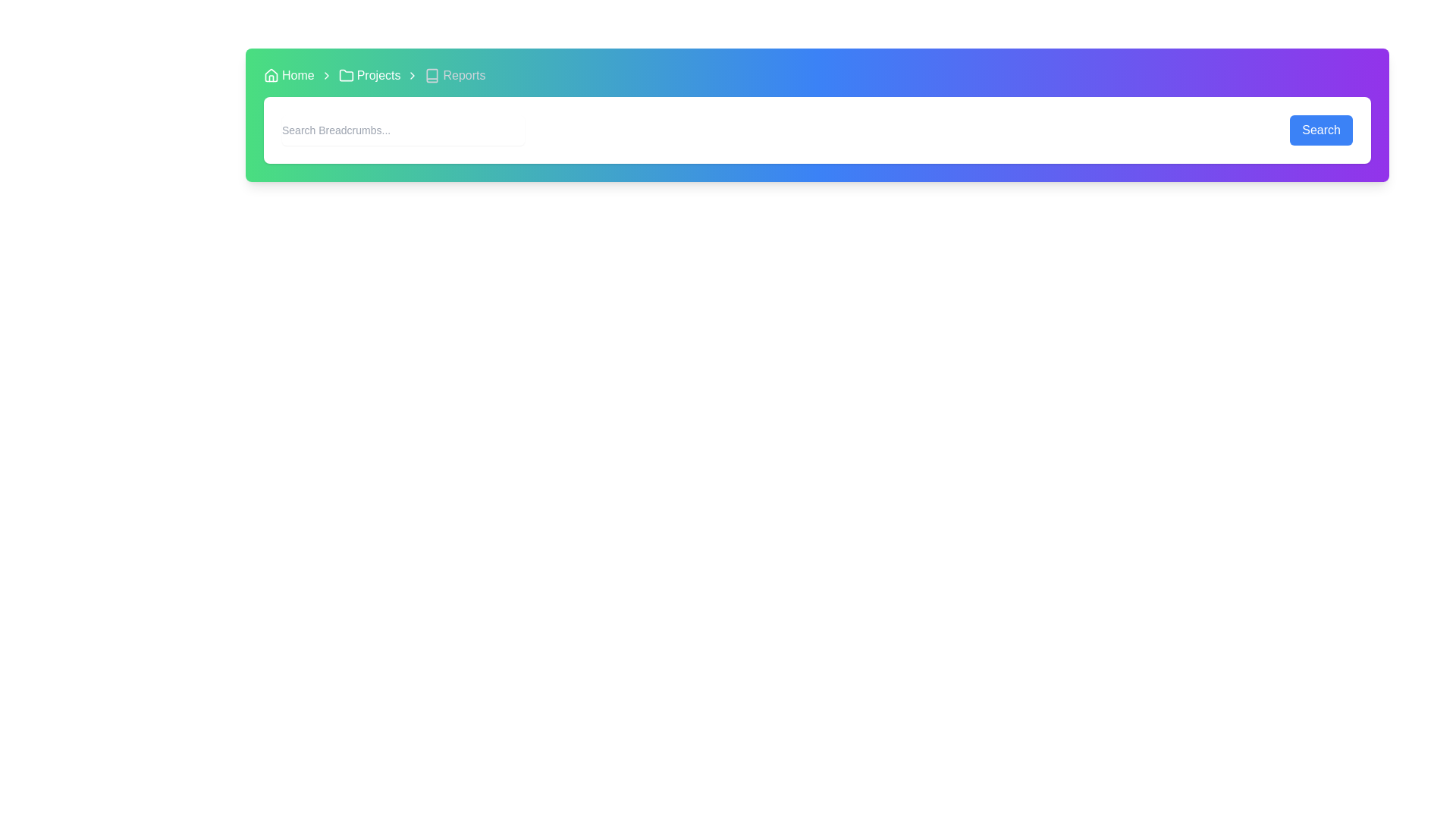  I want to click on the second chevron icon in the breadcrumb navigation bar that separates 'Home' and 'Projects', so click(325, 76).